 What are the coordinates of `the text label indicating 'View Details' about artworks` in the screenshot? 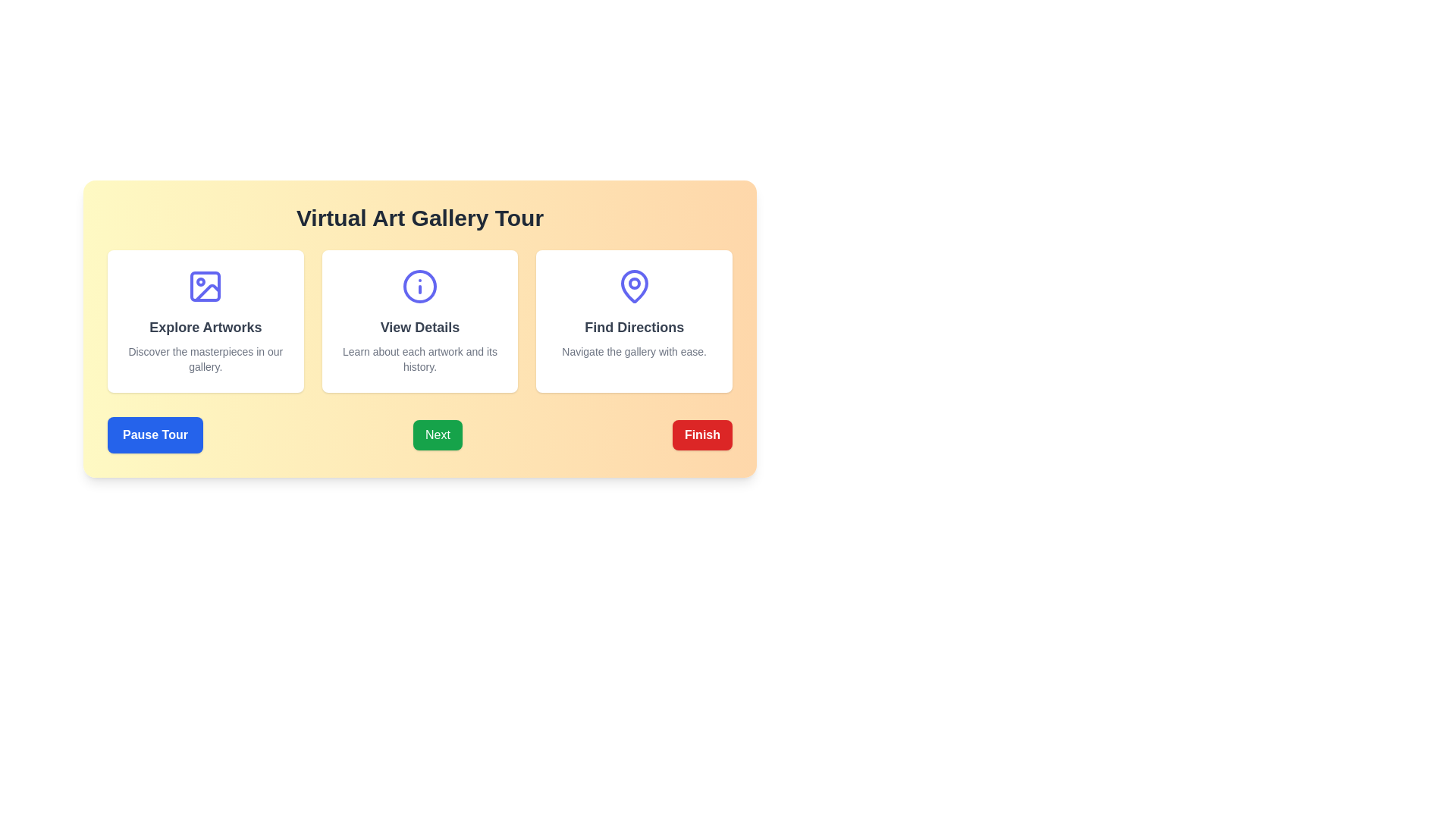 It's located at (419, 327).